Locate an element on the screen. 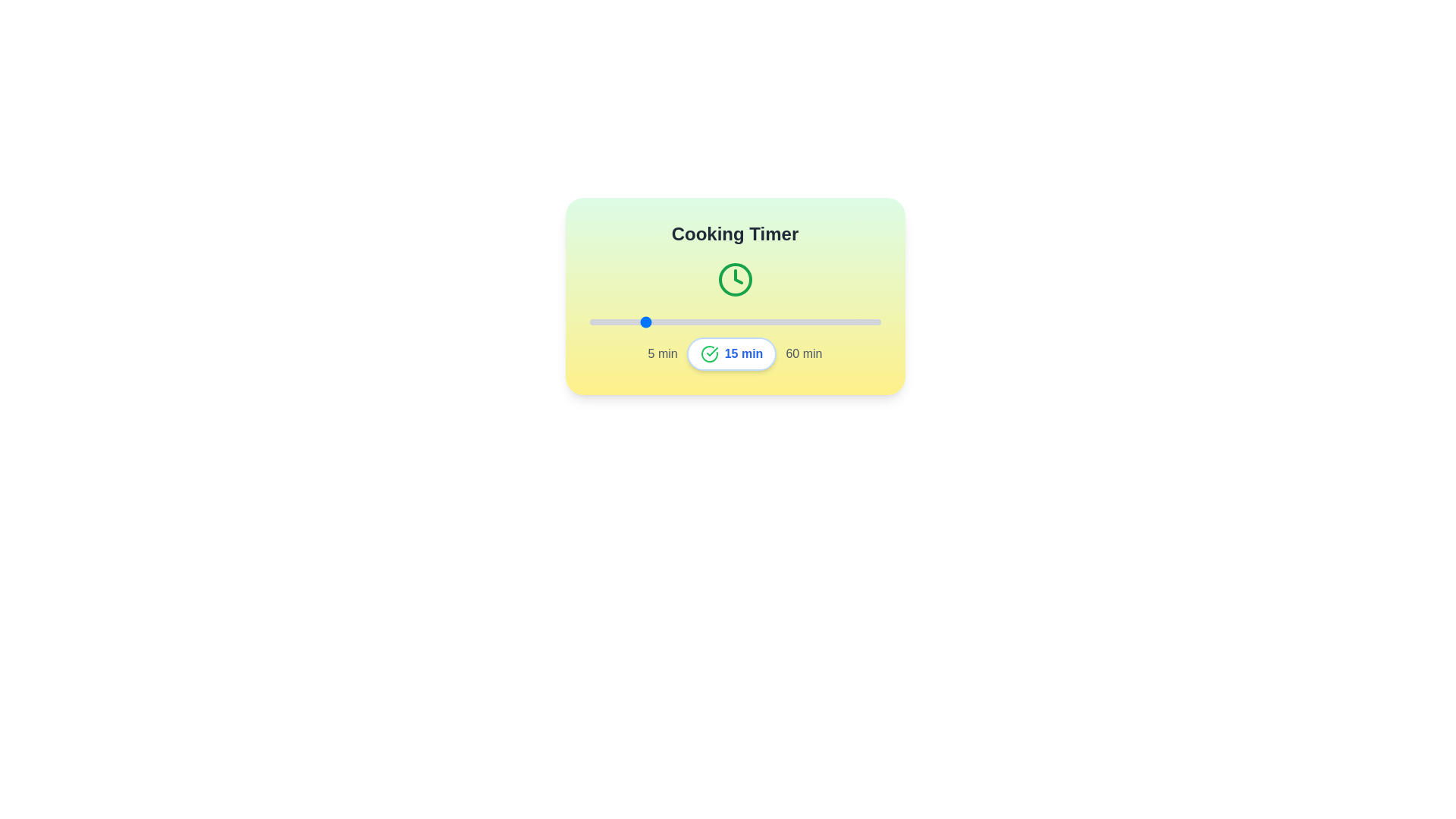 Image resolution: width=1456 pixels, height=819 pixels. the timer is located at coordinates (695, 321).